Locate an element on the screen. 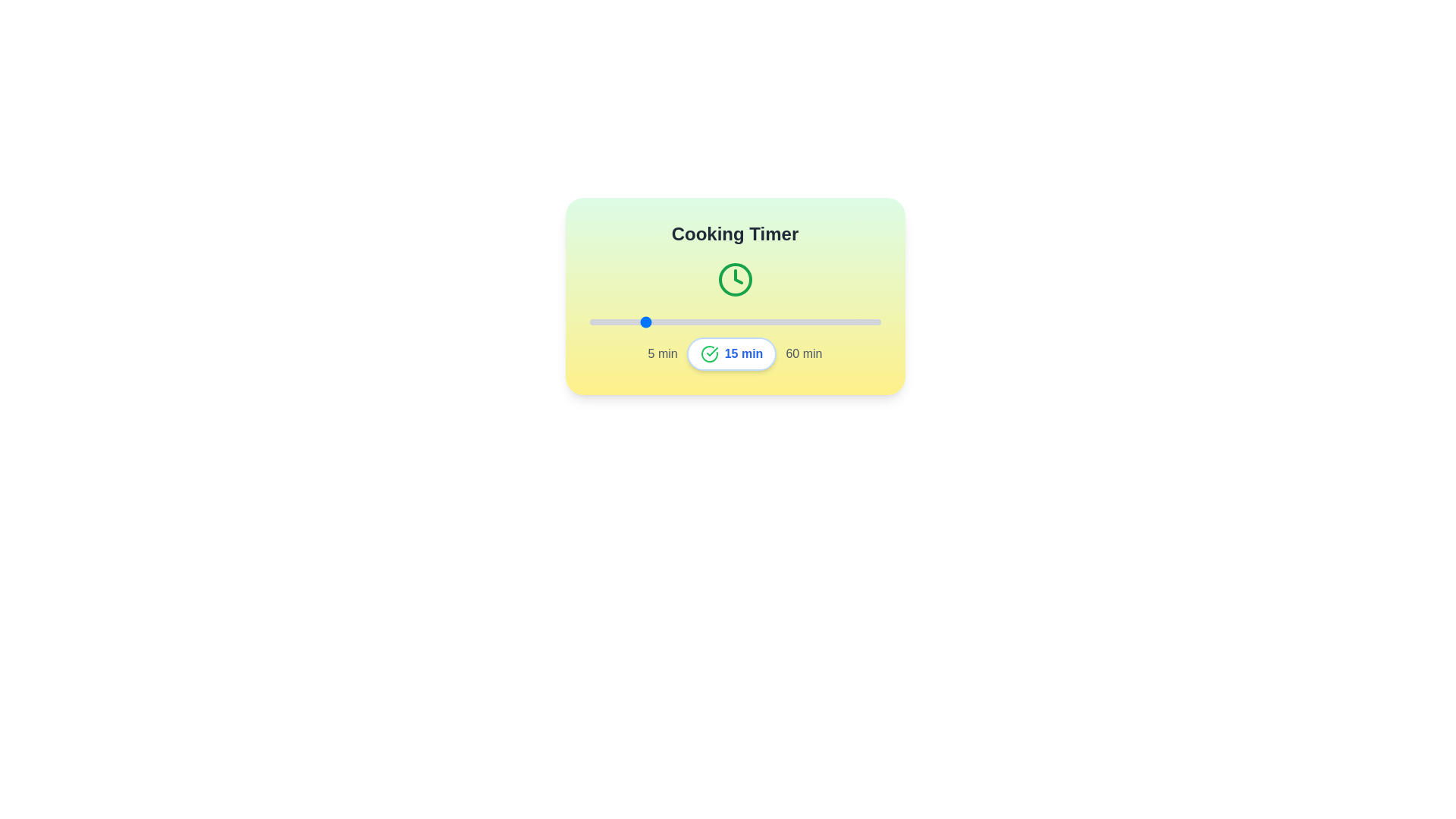 Image resolution: width=1456 pixels, height=819 pixels. the timer is located at coordinates (695, 321).